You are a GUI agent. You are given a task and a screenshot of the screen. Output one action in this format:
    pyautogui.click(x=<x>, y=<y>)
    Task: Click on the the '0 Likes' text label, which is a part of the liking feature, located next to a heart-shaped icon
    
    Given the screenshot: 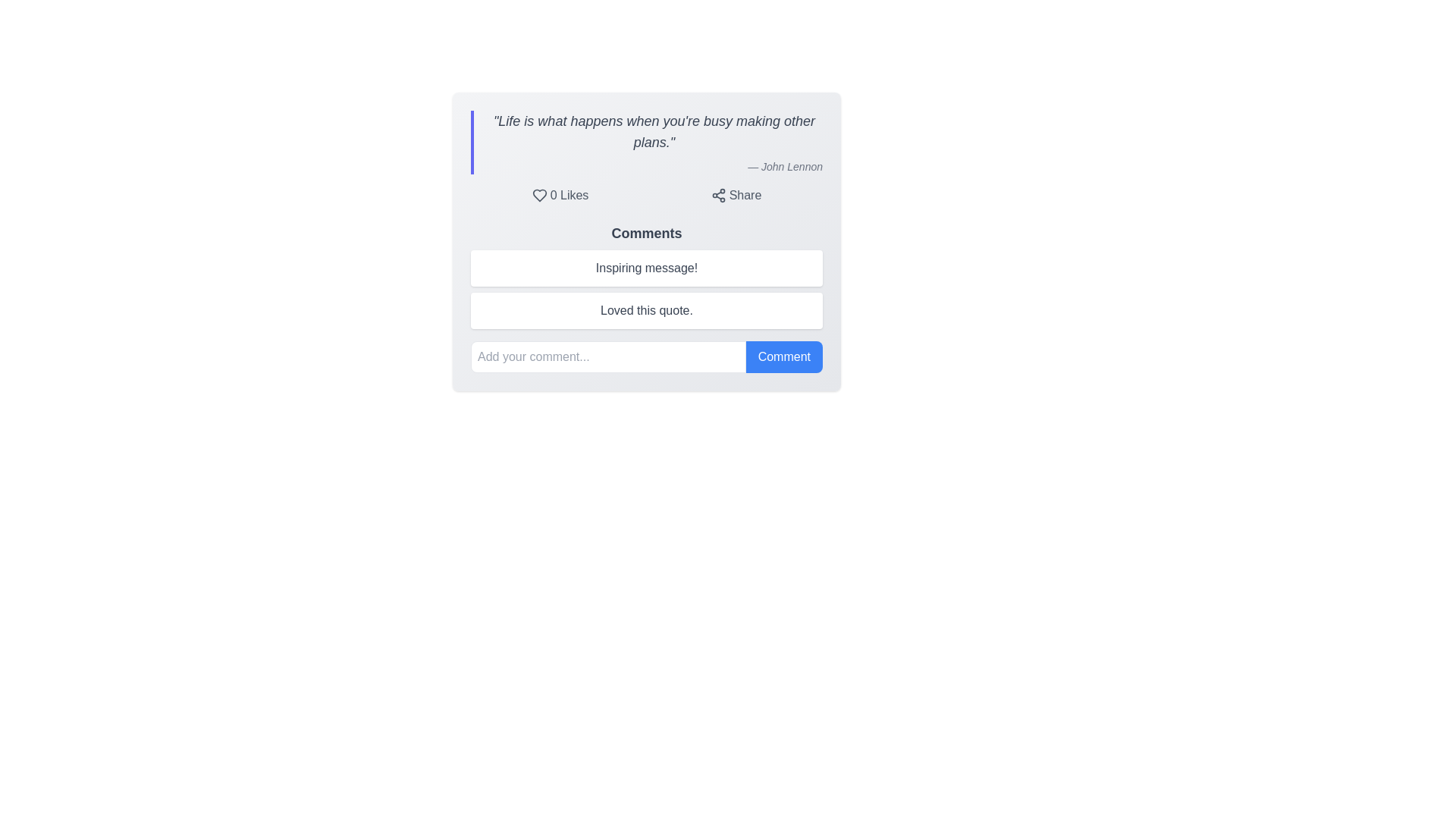 What is the action you would take?
    pyautogui.click(x=568, y=195)
    